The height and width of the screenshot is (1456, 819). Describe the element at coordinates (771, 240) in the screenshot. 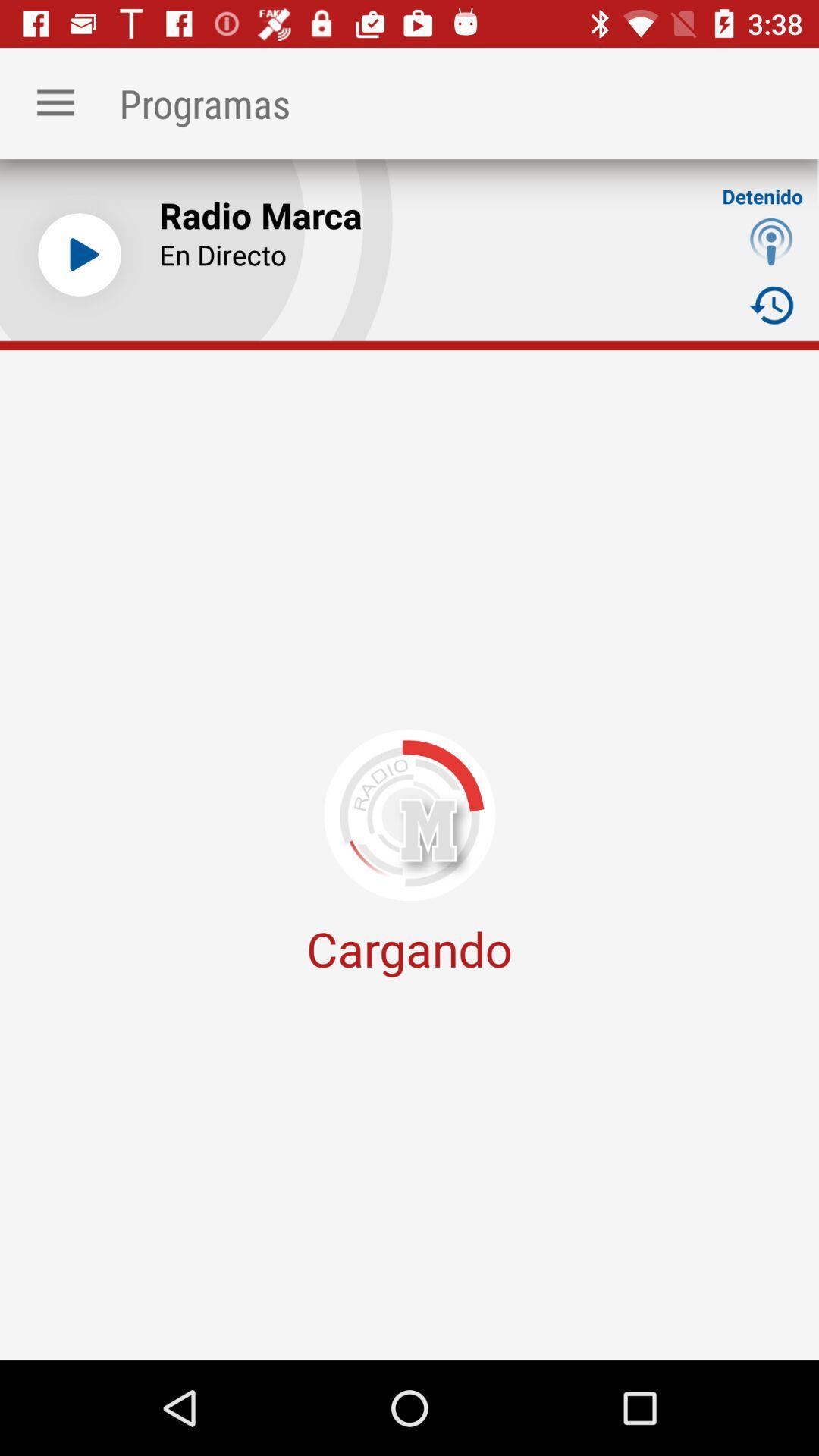

I see `the item to the right of en directo item` at that location.